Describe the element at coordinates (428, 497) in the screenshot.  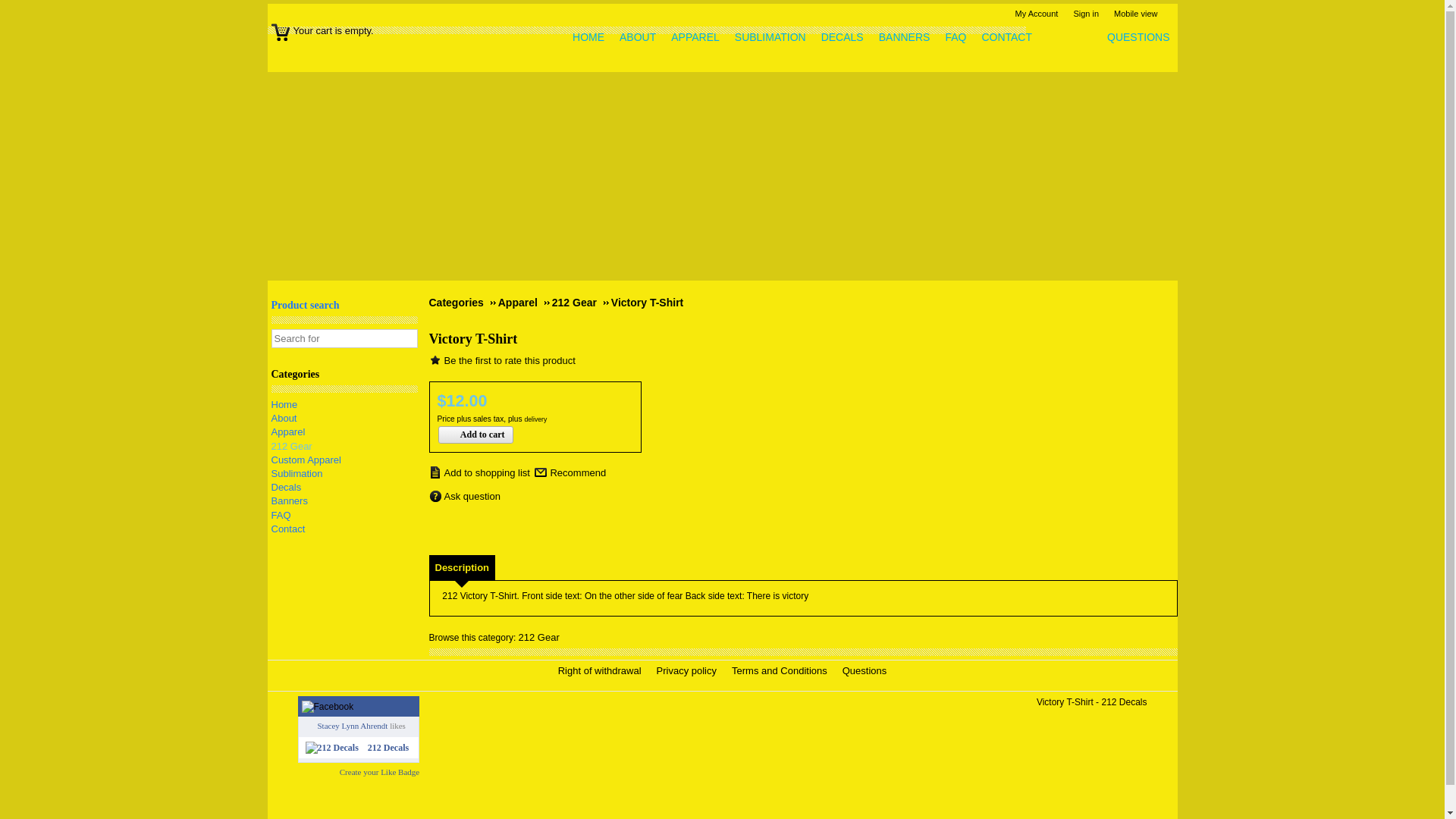
I see `'Ask question'` at that location.